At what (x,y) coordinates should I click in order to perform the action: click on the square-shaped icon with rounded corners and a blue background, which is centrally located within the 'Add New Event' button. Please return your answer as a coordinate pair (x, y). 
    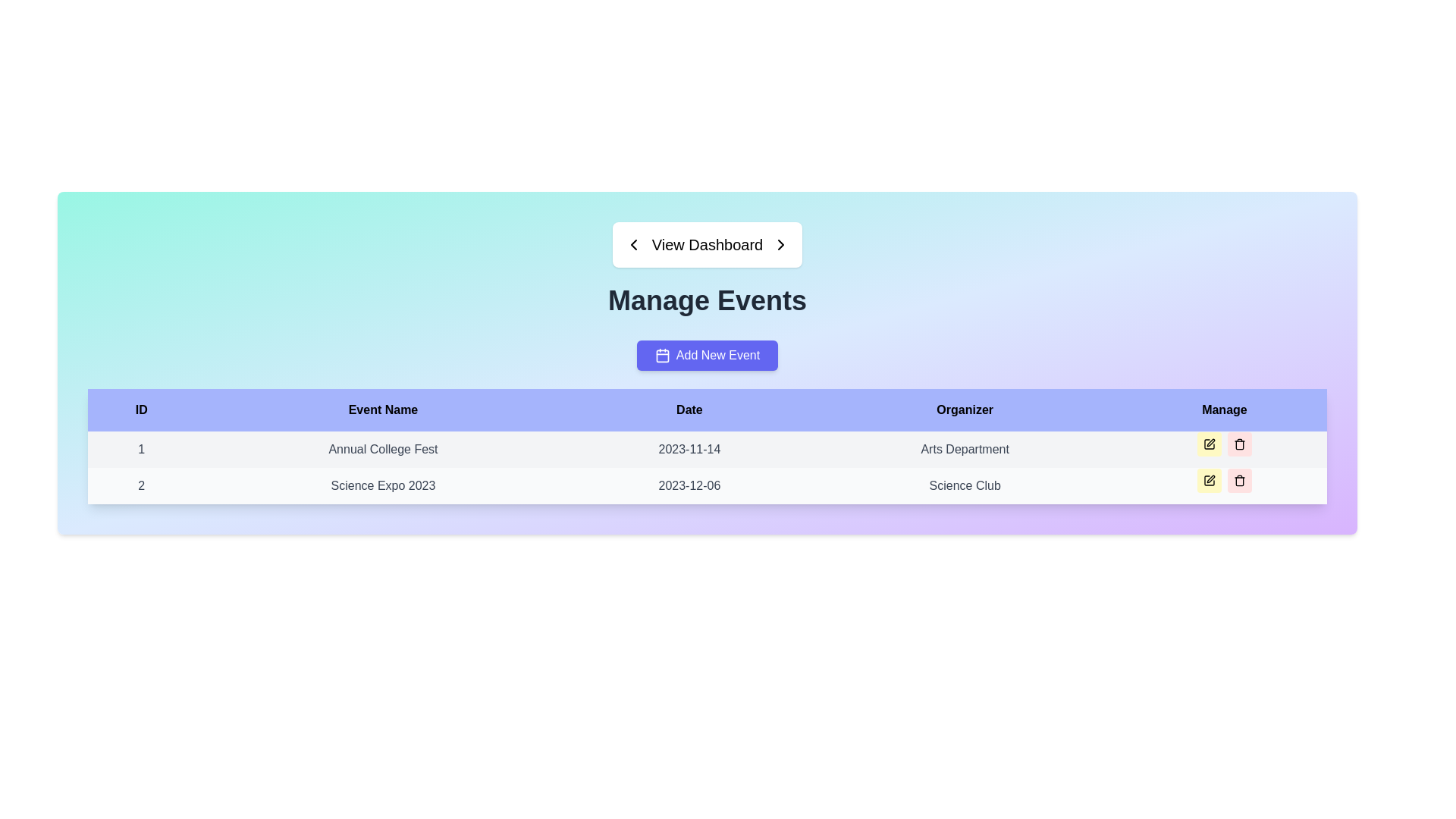
    Looking at the image, I should click on (662, 356).